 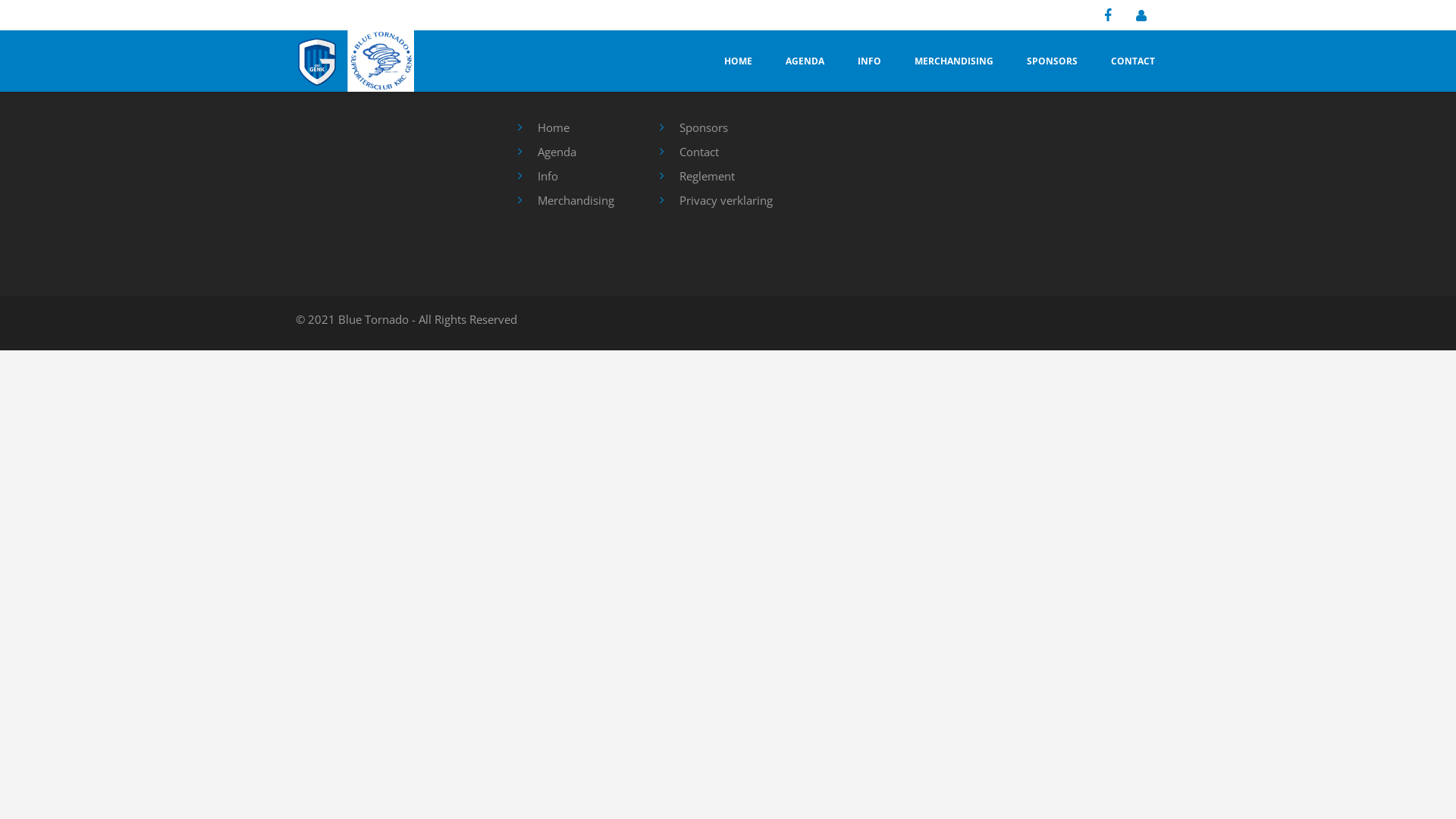 I want to click on 'AGENDA', so click(x=804, y=60).